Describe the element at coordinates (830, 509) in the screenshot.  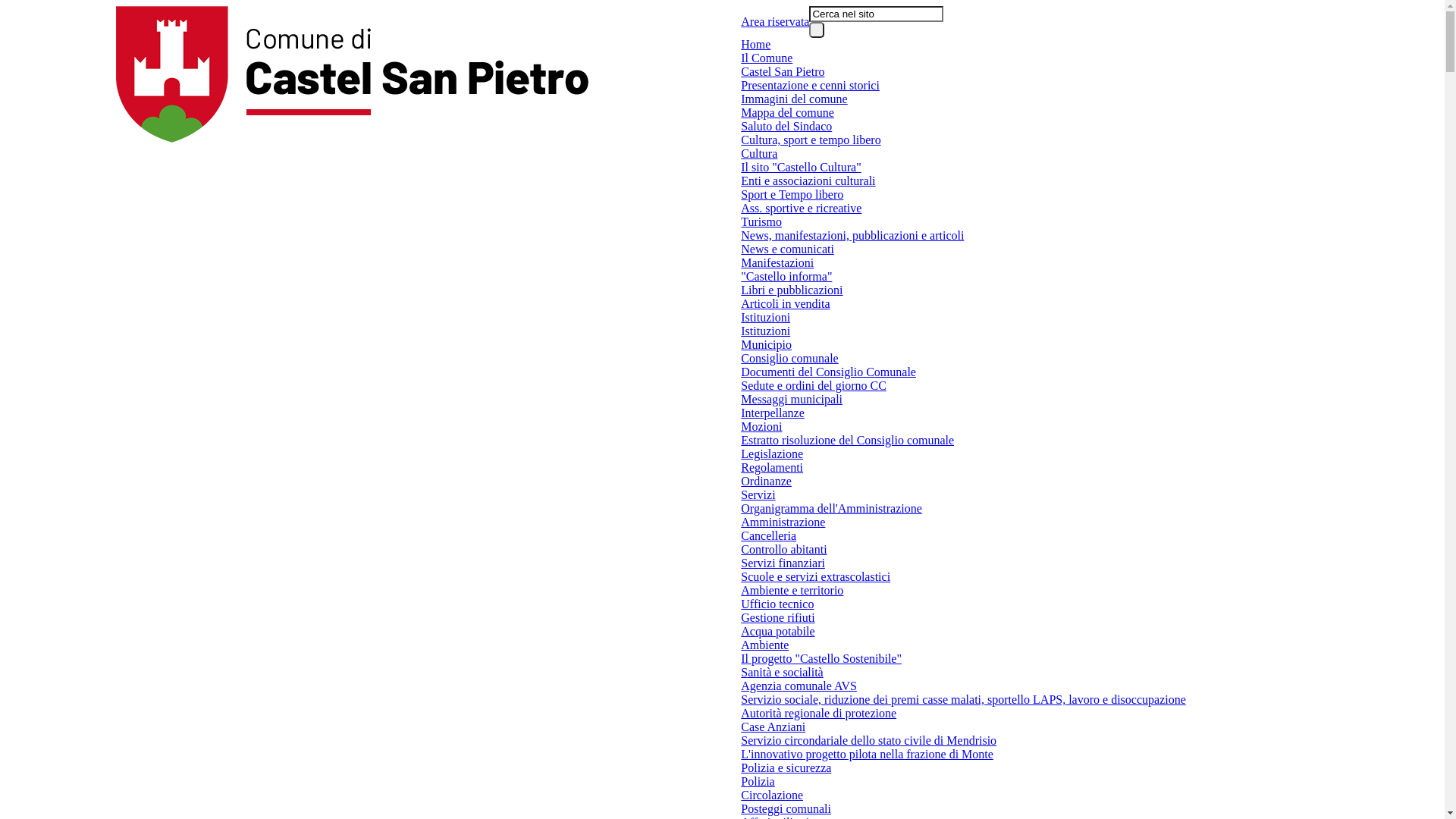
I see `'Organigramma dell'Amministrazione'` at that location.